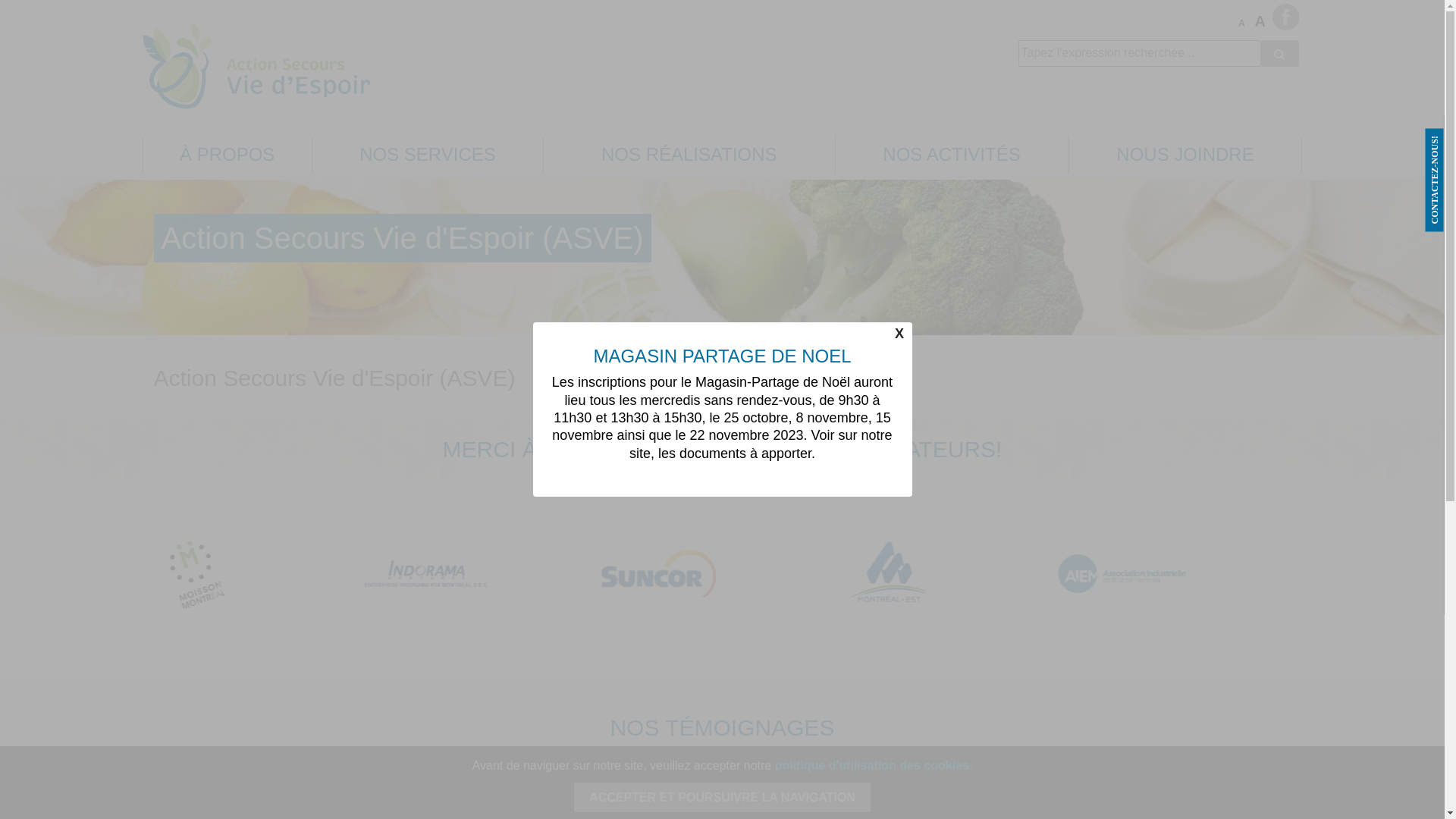 Image resolution: width=1456 pixels, height=819 pixels. What do you see at coordinates (721, 796) in the screenshot?
I see `'ACCEPTER ET POURSUIVRE LA NAVIGATION'` at bounding box center [721, 796].